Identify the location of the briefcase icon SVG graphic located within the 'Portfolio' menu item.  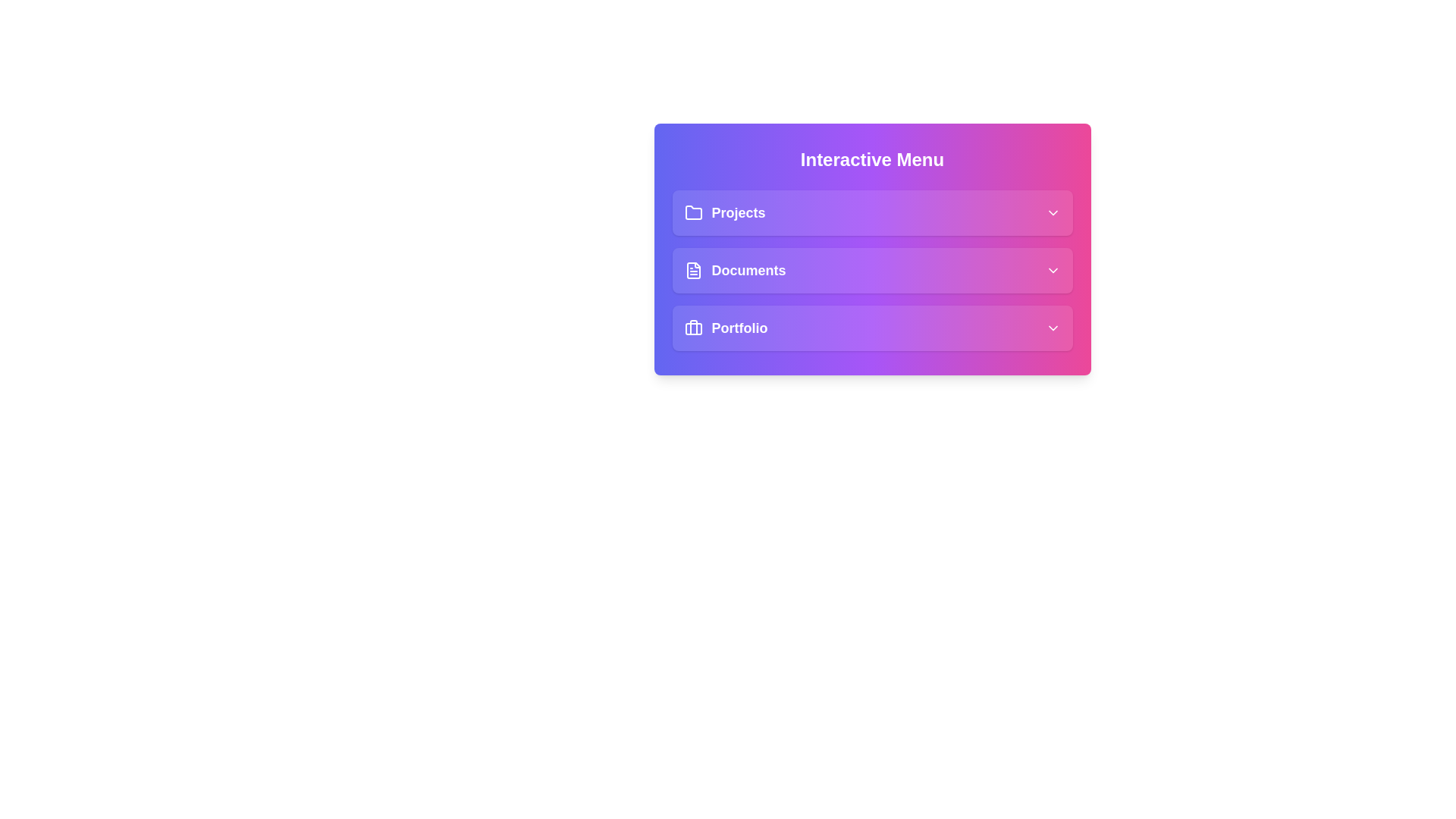
(692, 327).